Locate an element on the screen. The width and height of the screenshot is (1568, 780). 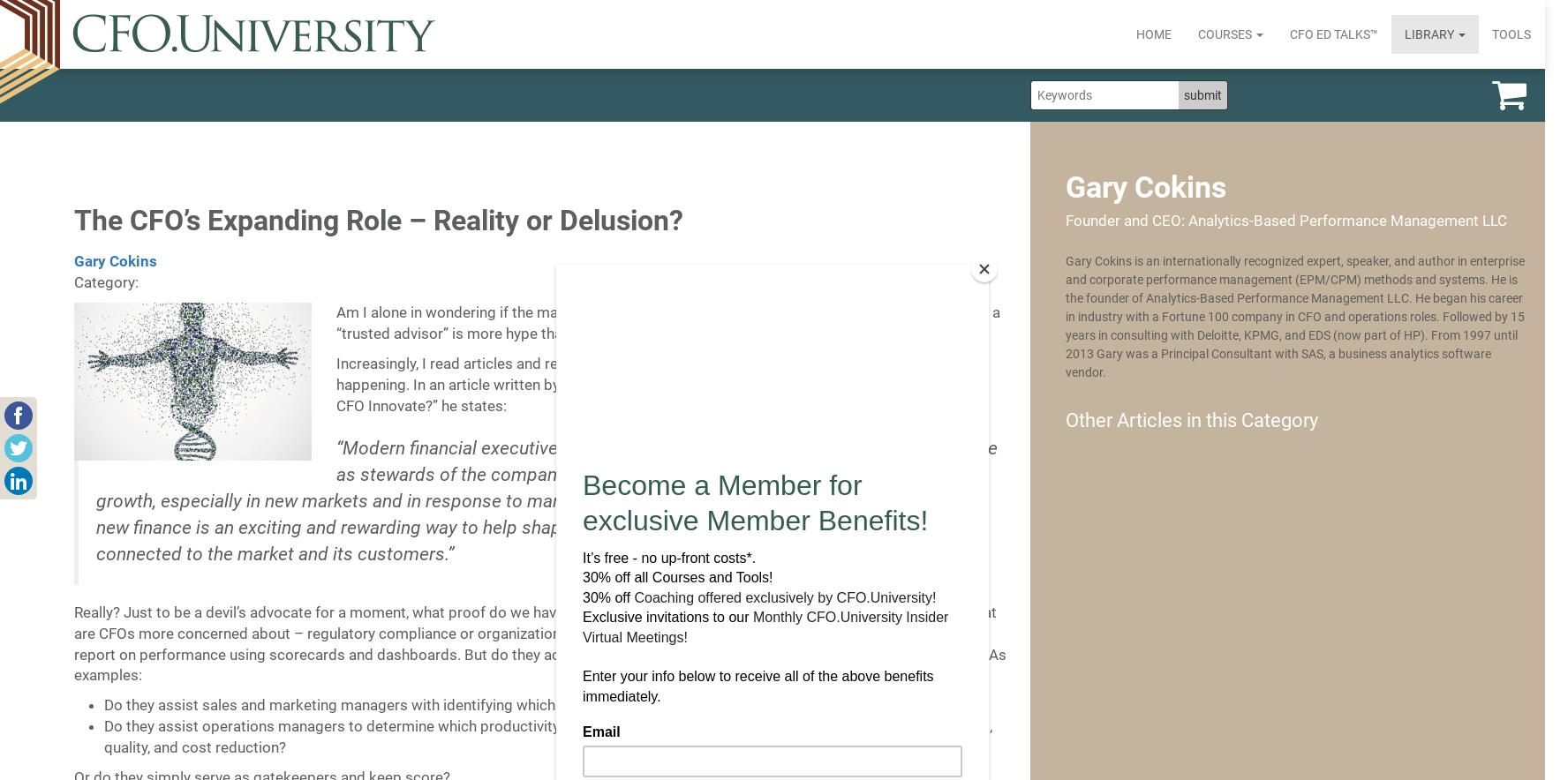
'Do they assist sales and marketing managers with identifying which types of customers to retain, grow, win back, and acquire?' is located at coordinates (523, 703).